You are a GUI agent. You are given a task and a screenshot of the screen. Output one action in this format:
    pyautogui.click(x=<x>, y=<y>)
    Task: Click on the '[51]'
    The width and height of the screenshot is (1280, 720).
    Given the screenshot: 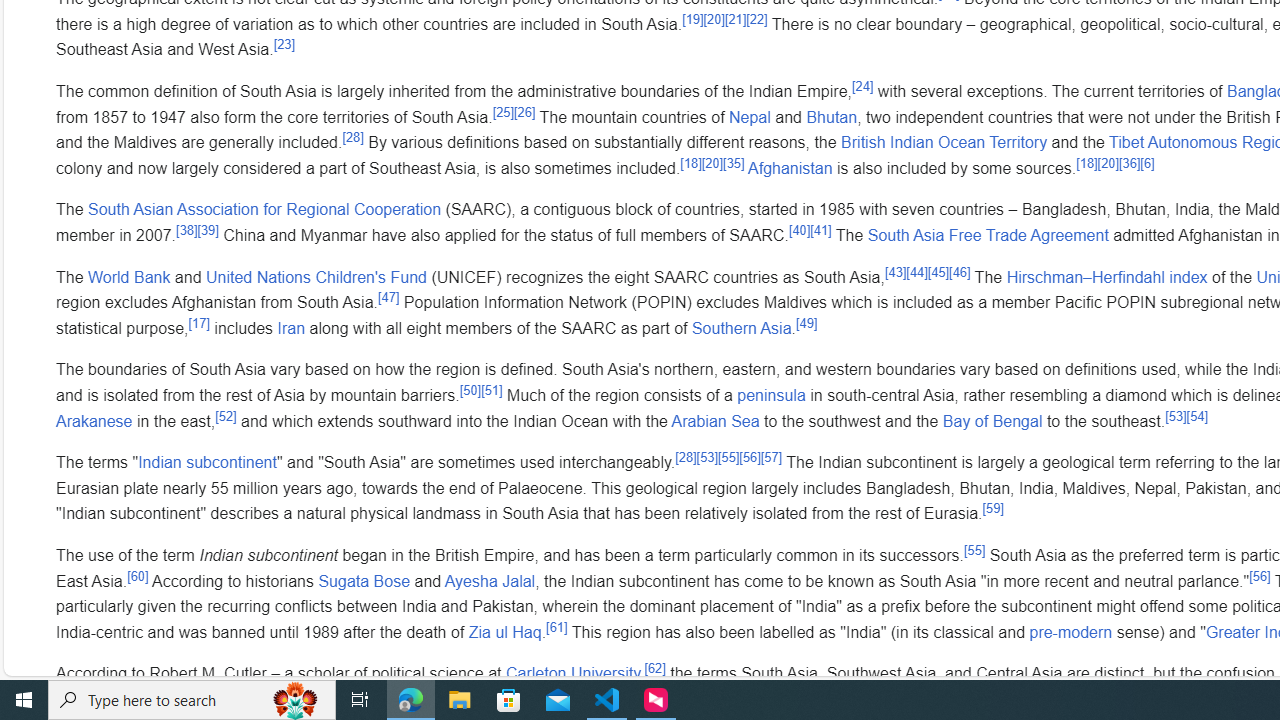 What is the action you would take?
    pyautogui.click(x=492, y=390)
    